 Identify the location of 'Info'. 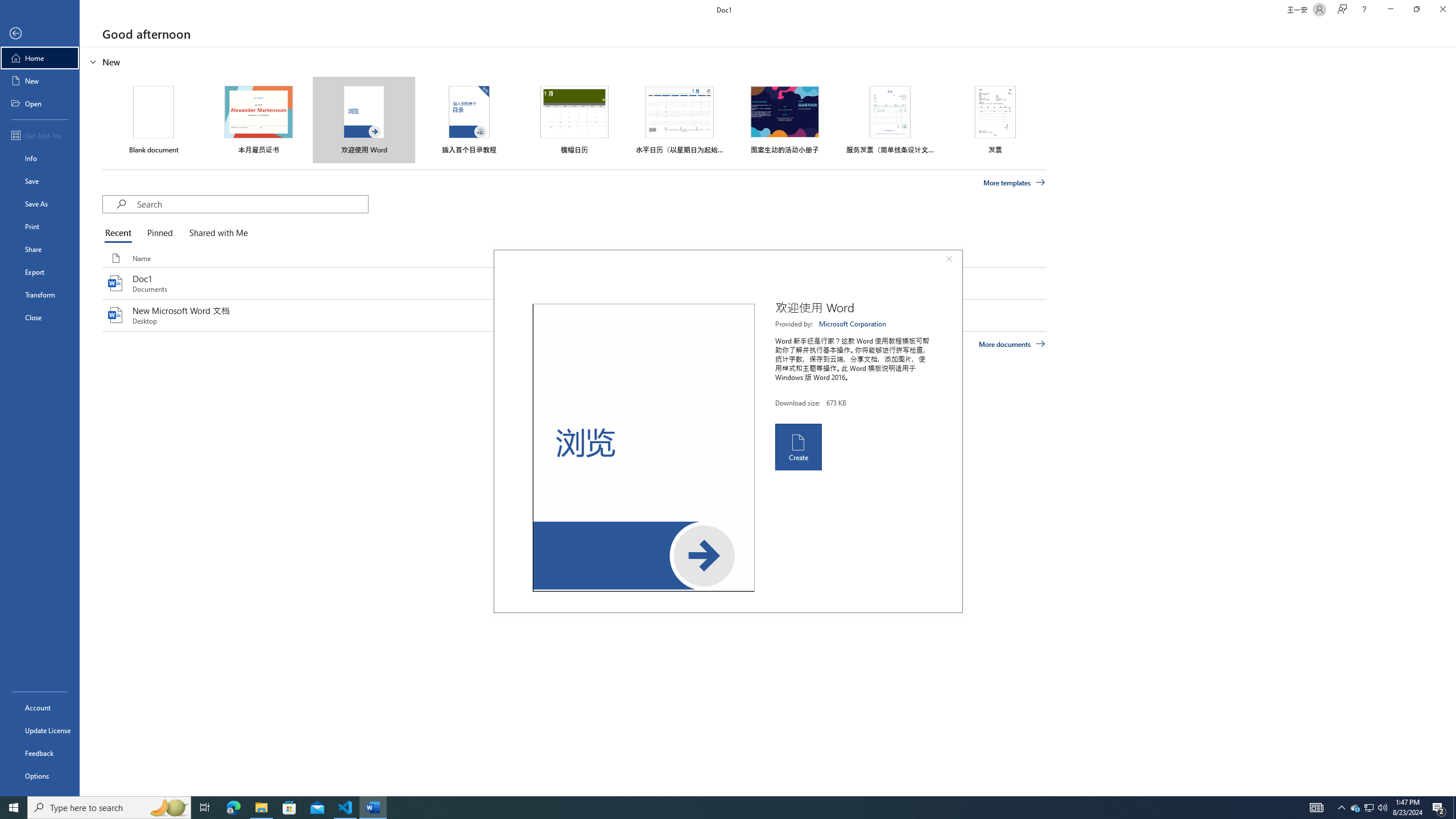
(39, 157).